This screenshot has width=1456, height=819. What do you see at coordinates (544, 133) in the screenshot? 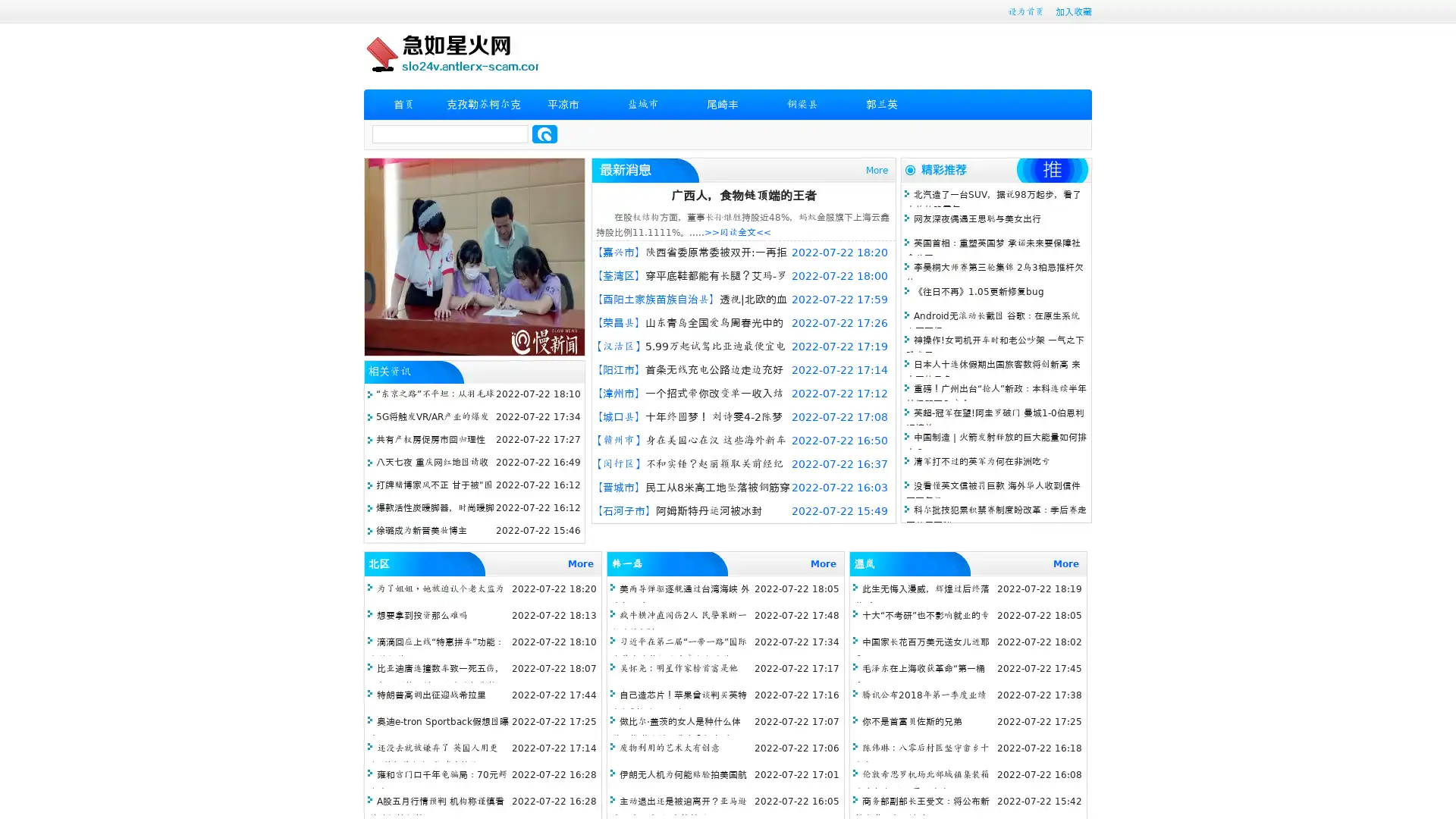
I see `Search` at bounding box center [544, 133].